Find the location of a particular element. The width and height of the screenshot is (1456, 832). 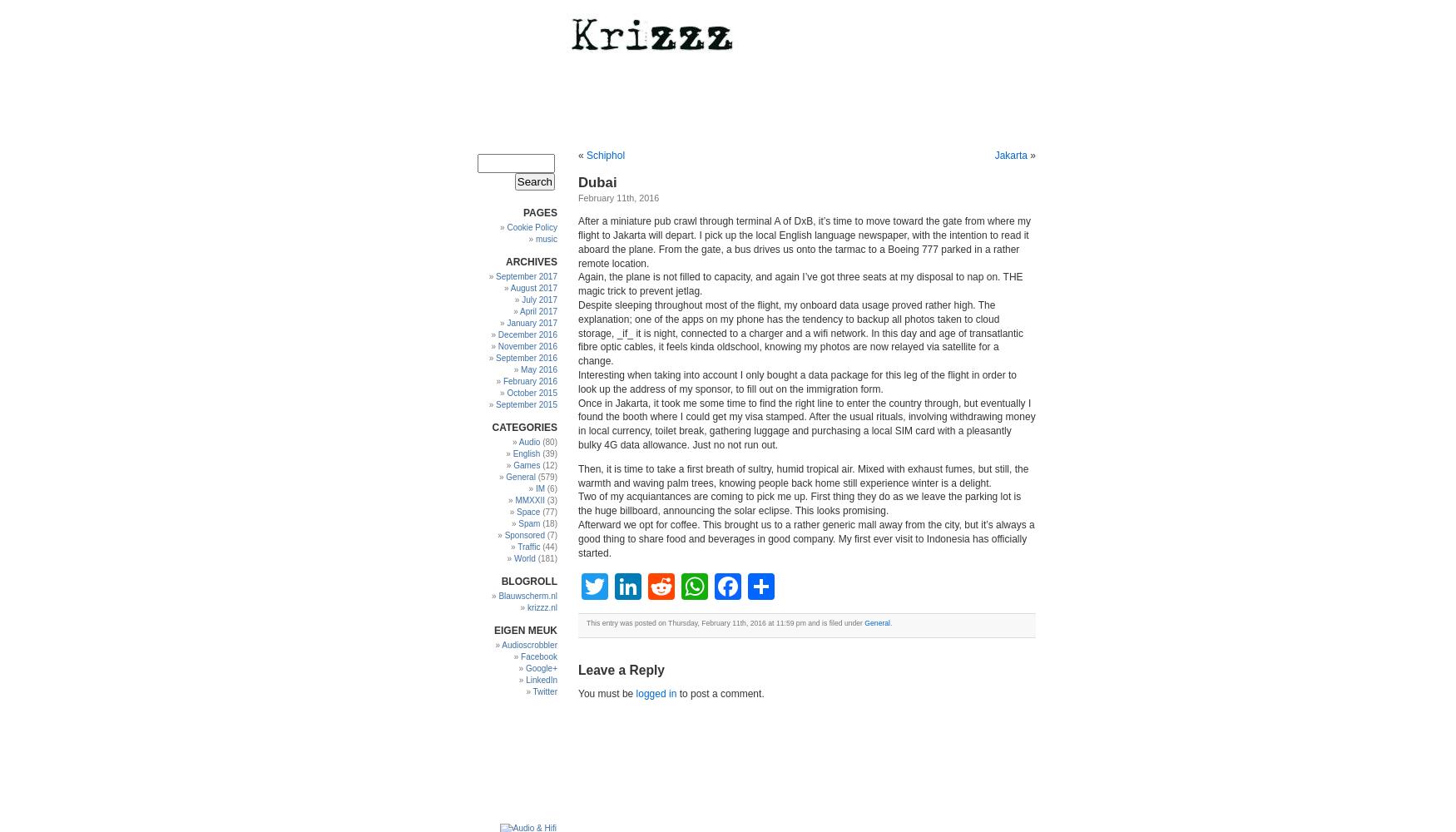

'December 2016' is located at coordinates (527, 334).